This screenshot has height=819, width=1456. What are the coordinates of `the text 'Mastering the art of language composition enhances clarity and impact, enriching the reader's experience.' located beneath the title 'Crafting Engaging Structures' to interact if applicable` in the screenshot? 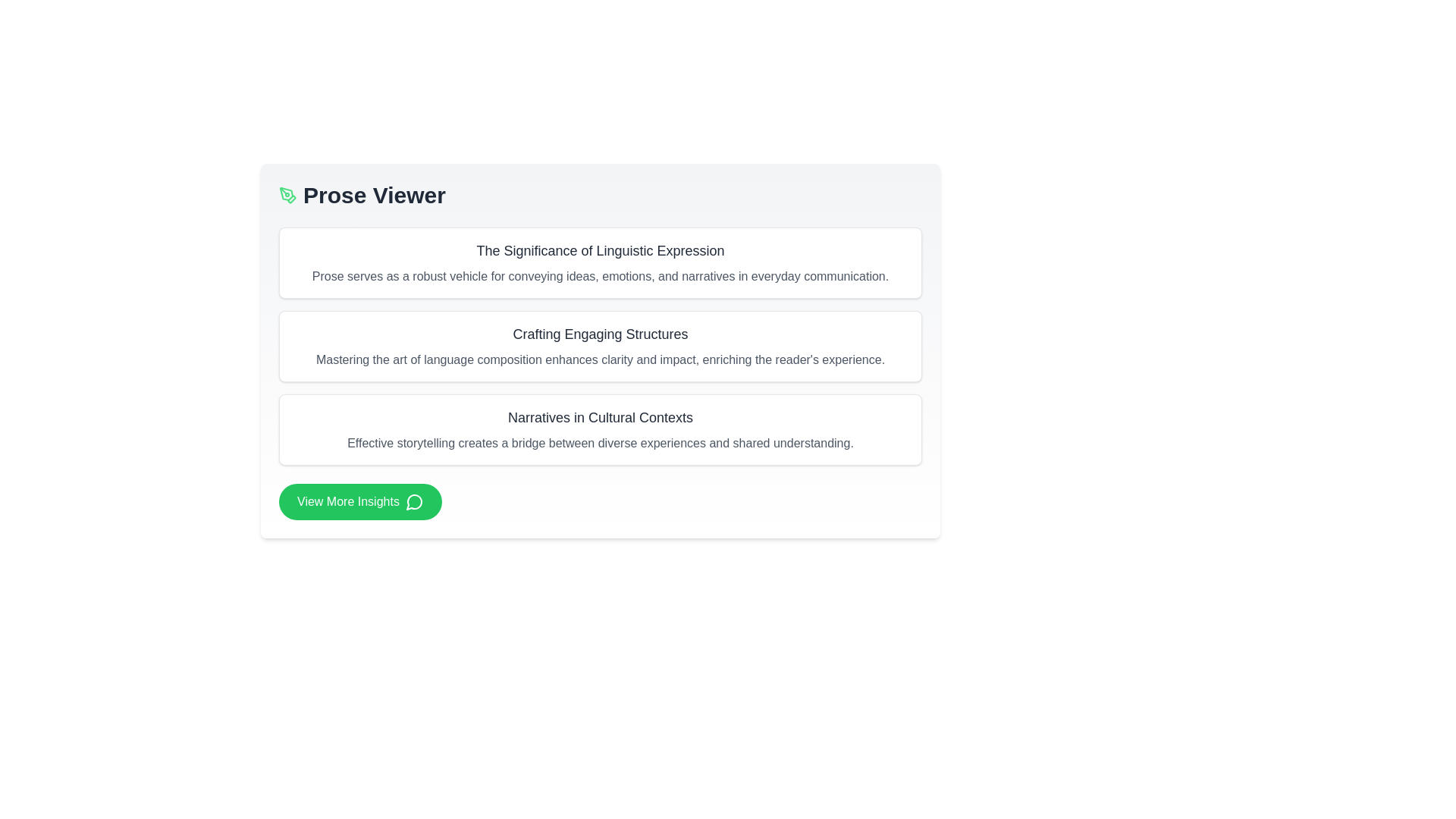 It's located at (600, 359).